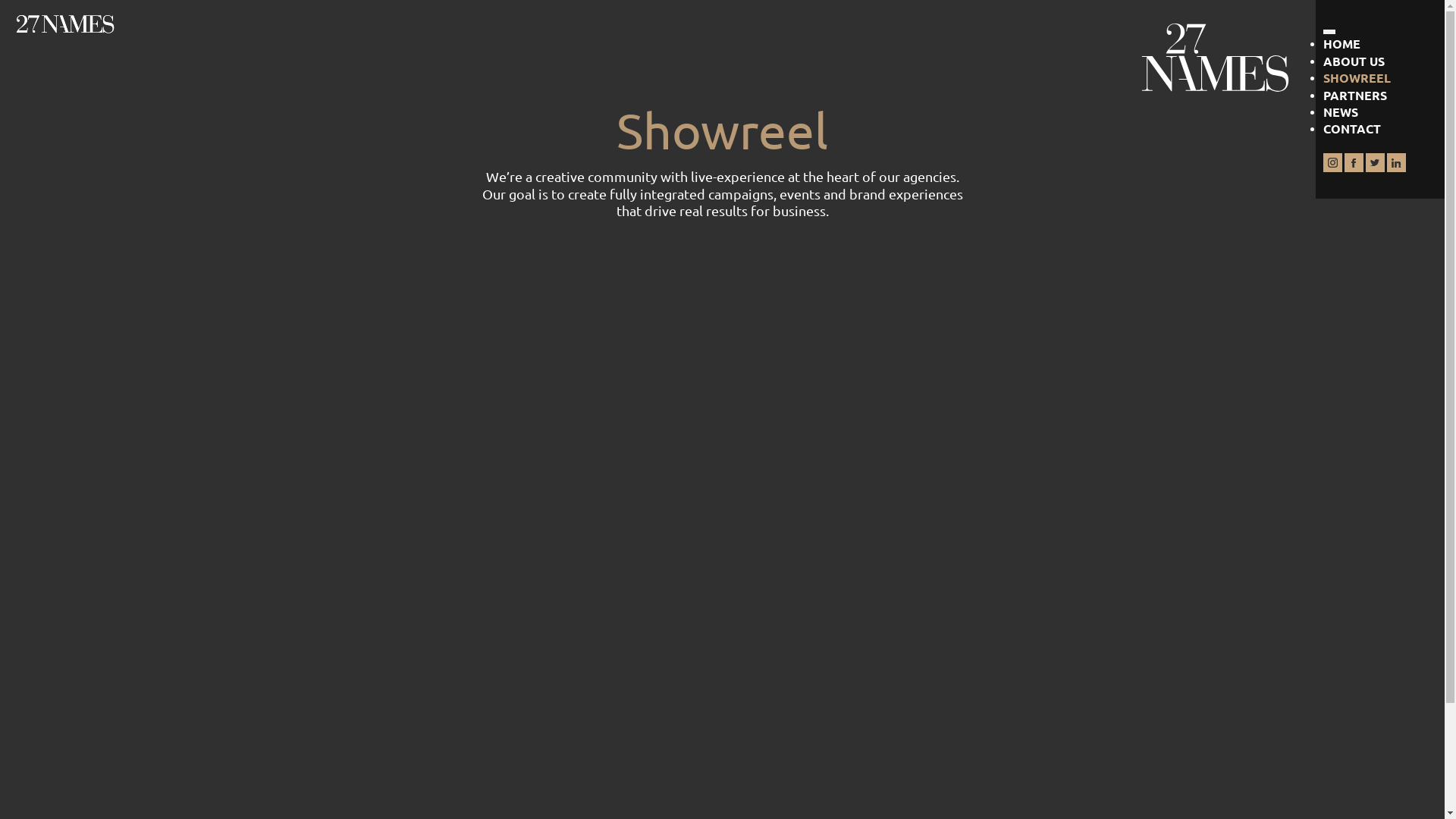 The height and width of the screenshot is (819, 1456). What do you see at coordinates (1323, 95) in the screenshot?
I see `'PARTNERS'` at bounding box center [1323, 95].